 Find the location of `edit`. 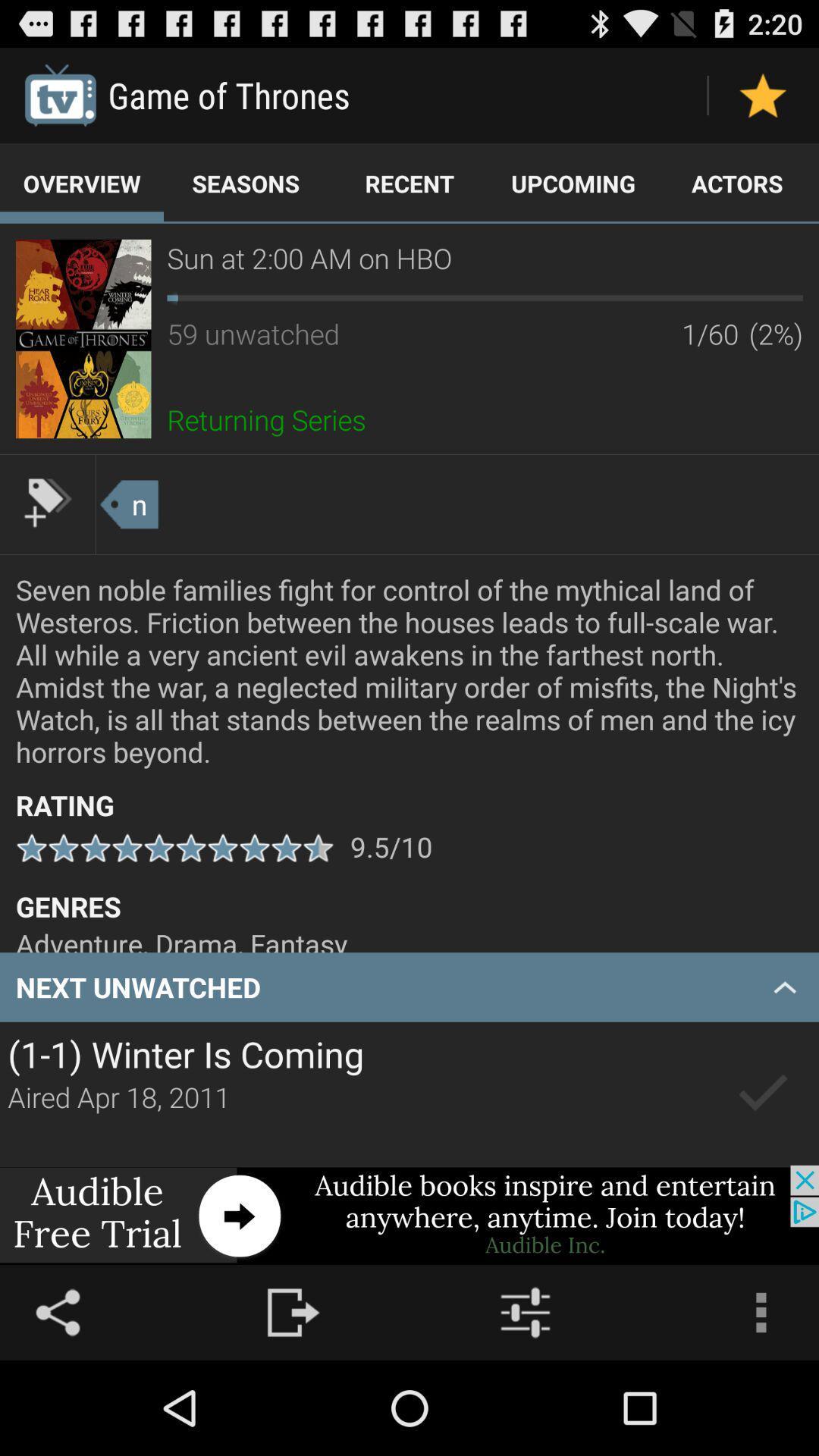

edit is located at coordinates (46, 502).